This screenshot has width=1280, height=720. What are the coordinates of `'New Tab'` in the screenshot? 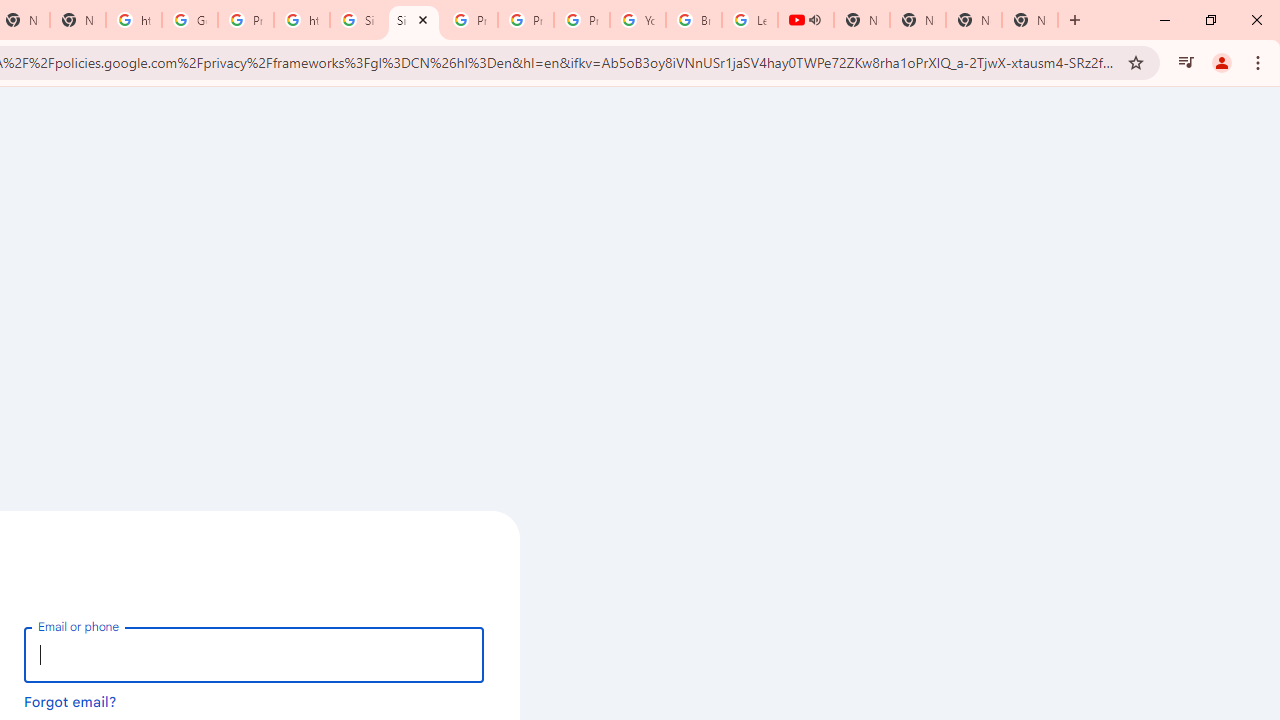 It's located at (1030, 20).